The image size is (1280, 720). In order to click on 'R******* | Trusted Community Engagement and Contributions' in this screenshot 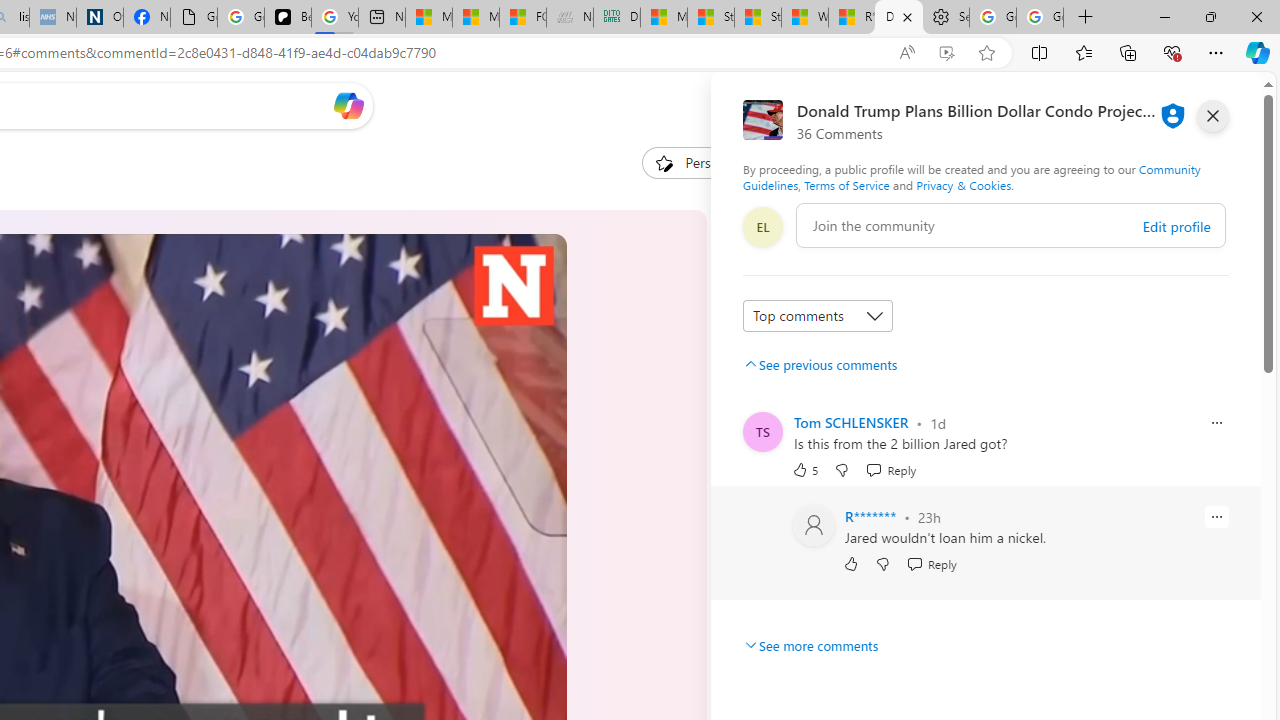, I will do `click(852, 17)`.